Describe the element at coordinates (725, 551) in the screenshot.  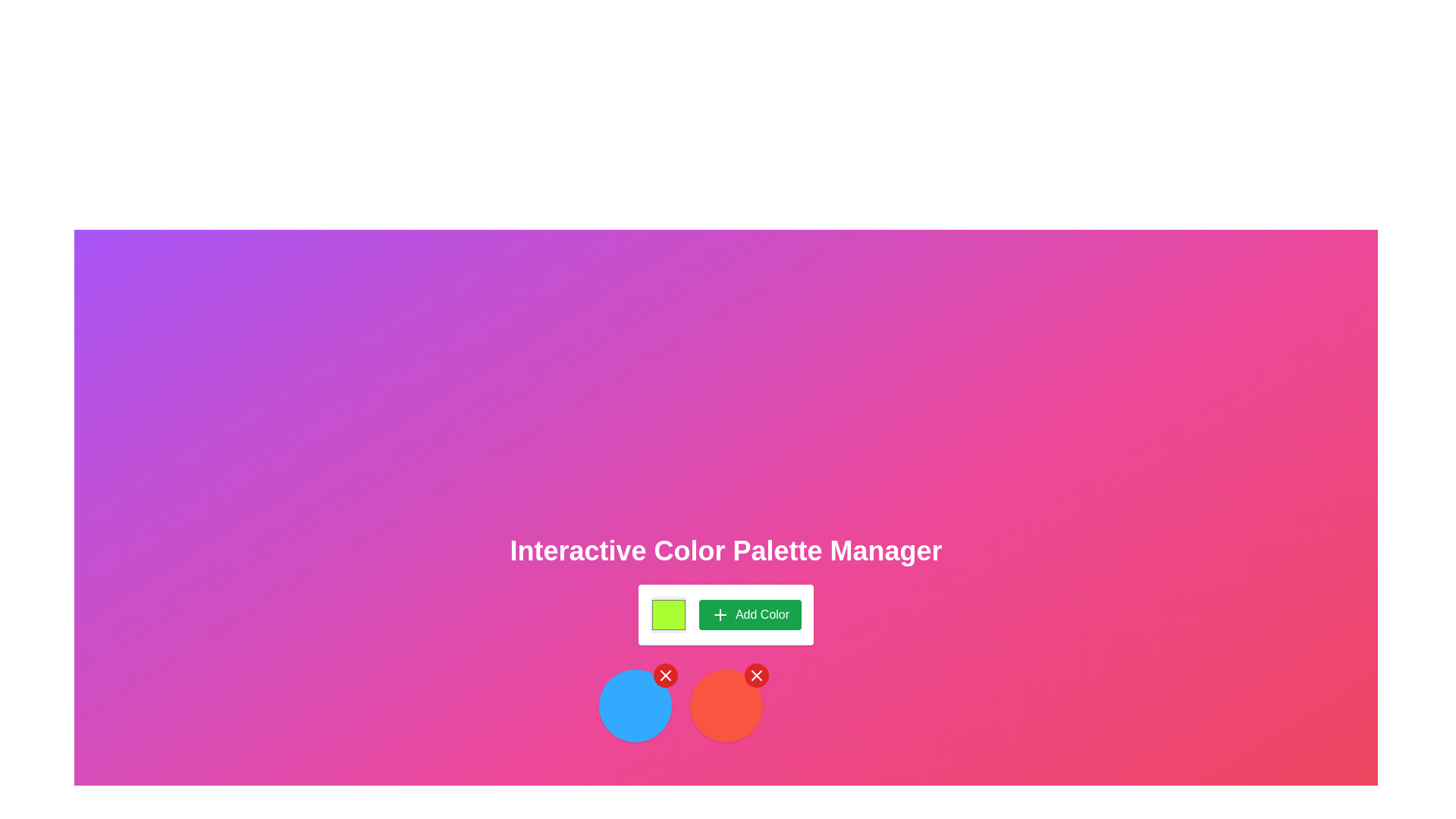
I see `the main title or heading element that provides a clear understanding of the page's purpose, located above the 'Add Color' button` at that location.